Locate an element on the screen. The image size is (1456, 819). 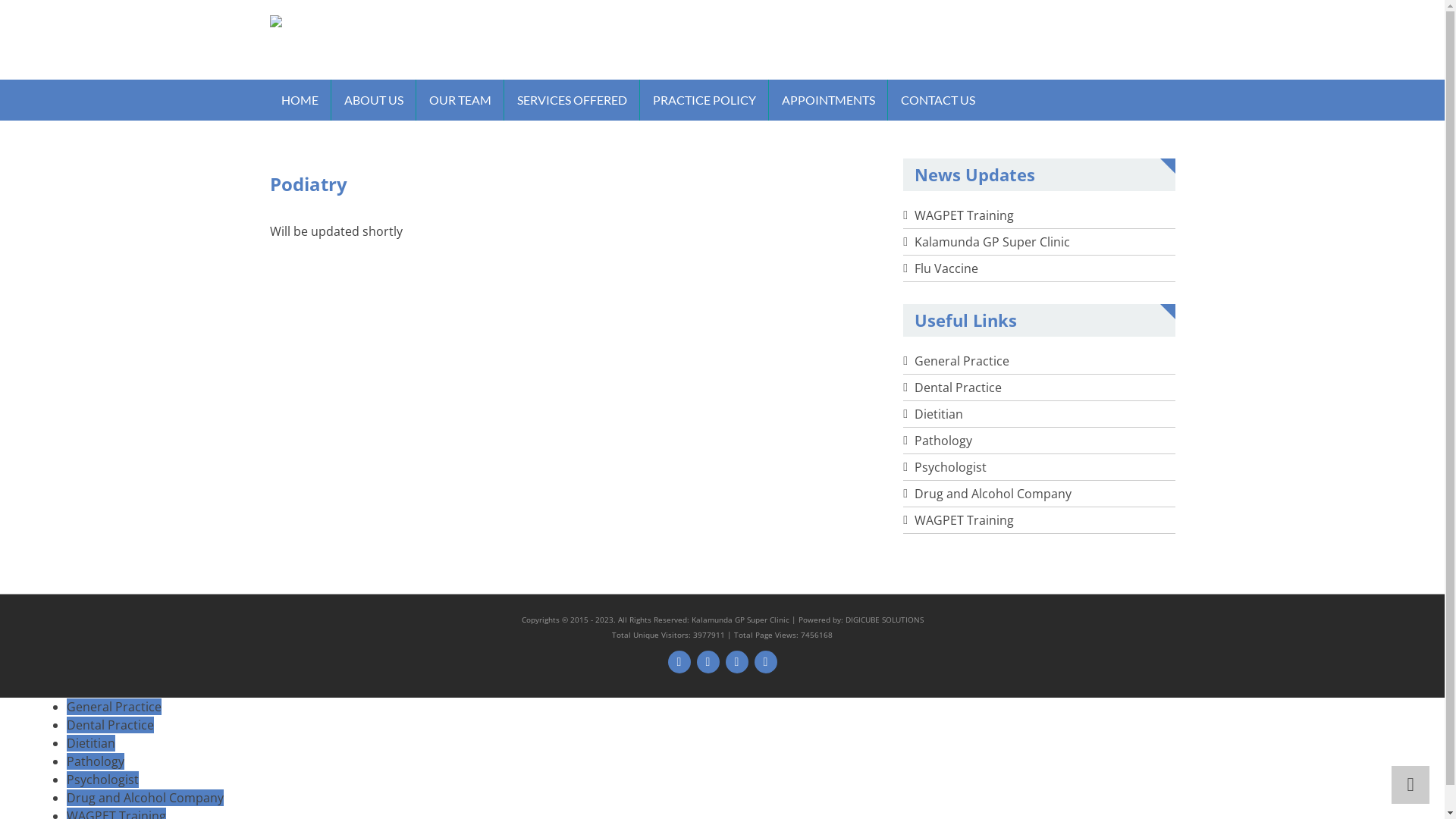
'HOME' is located at coordinates (300, 99).